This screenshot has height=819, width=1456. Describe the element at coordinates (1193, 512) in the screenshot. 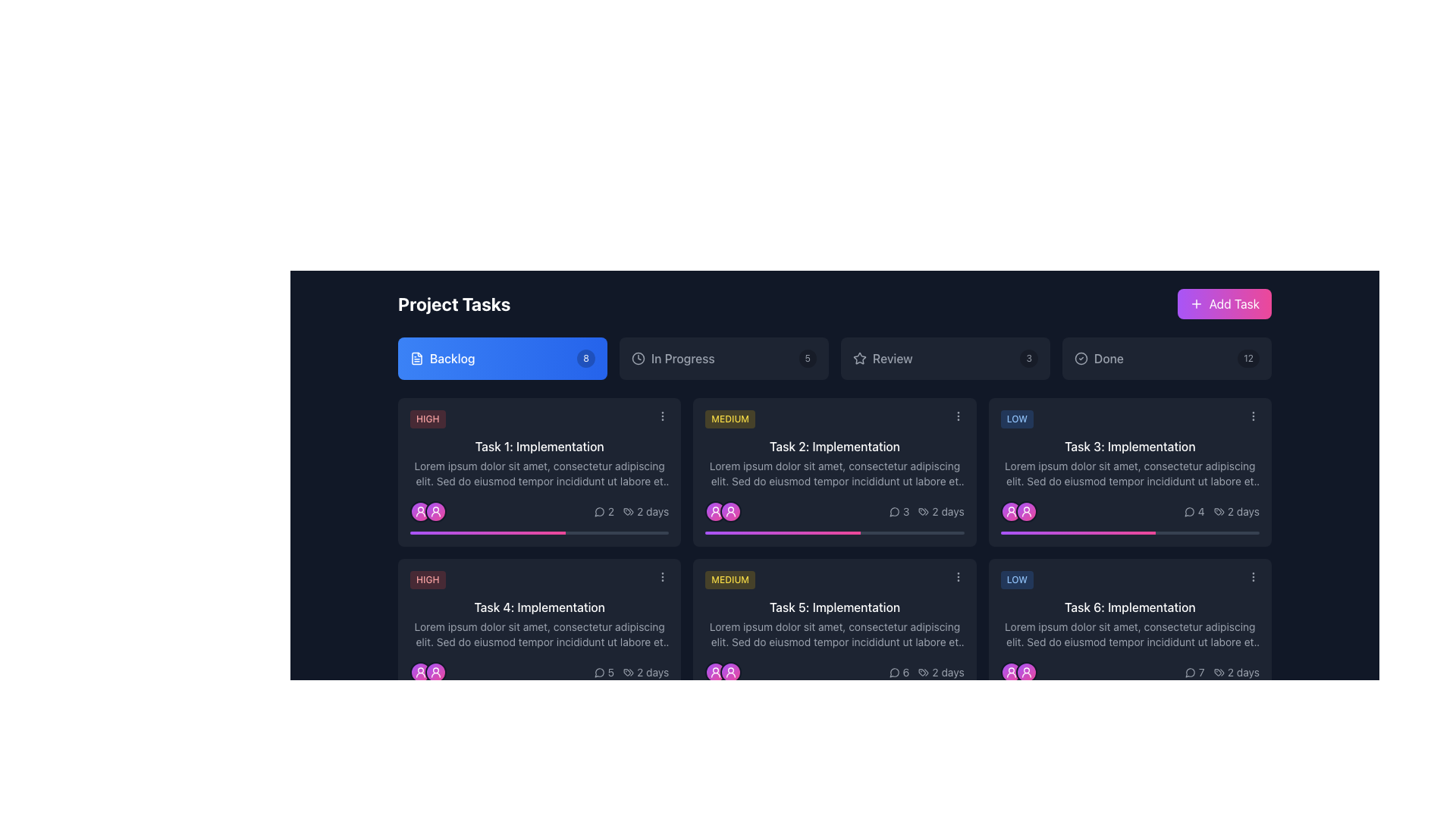

I see `the gray-colored number '4' next to the speech bubble icon` at that location.